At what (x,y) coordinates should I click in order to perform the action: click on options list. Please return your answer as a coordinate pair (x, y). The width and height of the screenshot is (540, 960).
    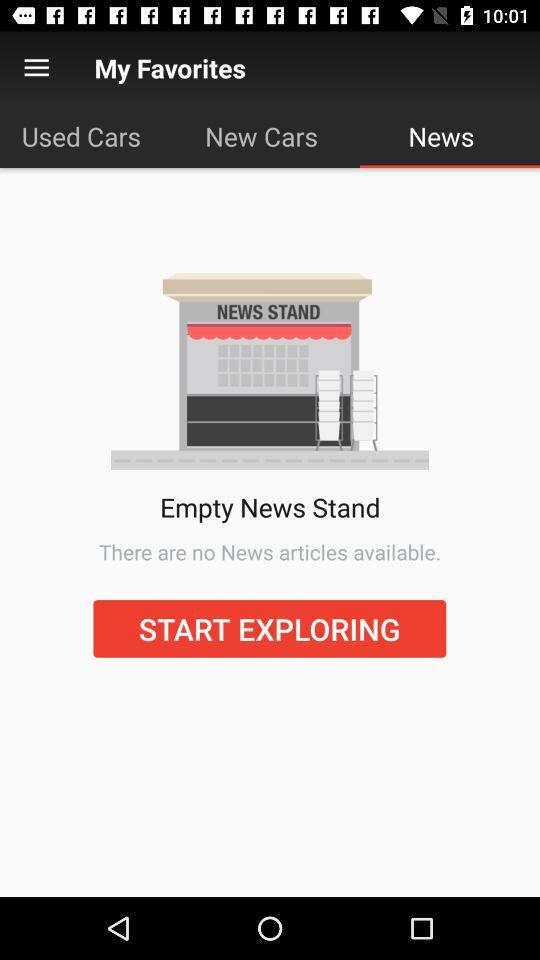
    Looking at the image, I should click on (36, 68).